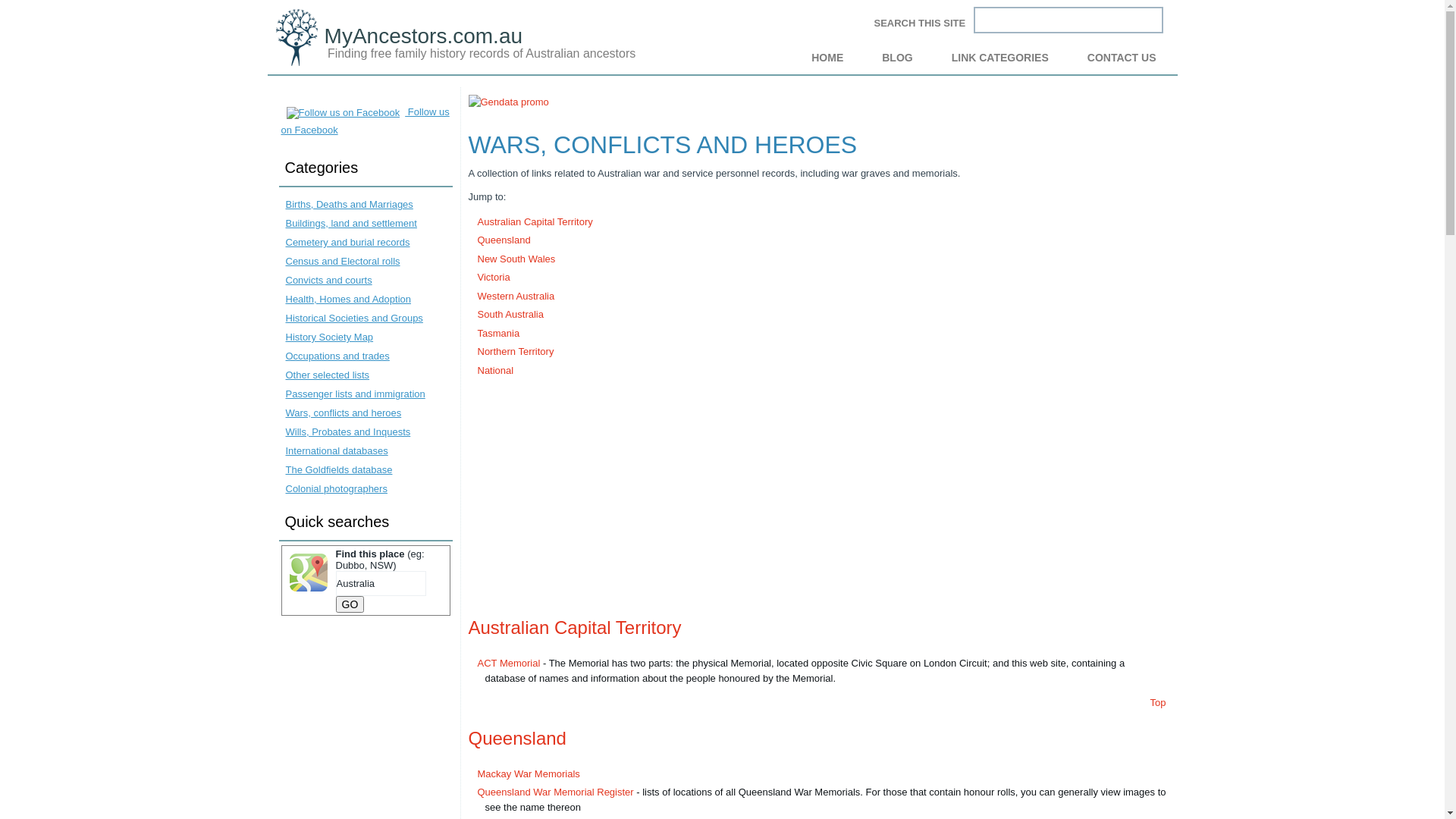  What do you see at coordinates (495, 369) in the screenshot?
I see `'National'` at bounding box center [495, 369].